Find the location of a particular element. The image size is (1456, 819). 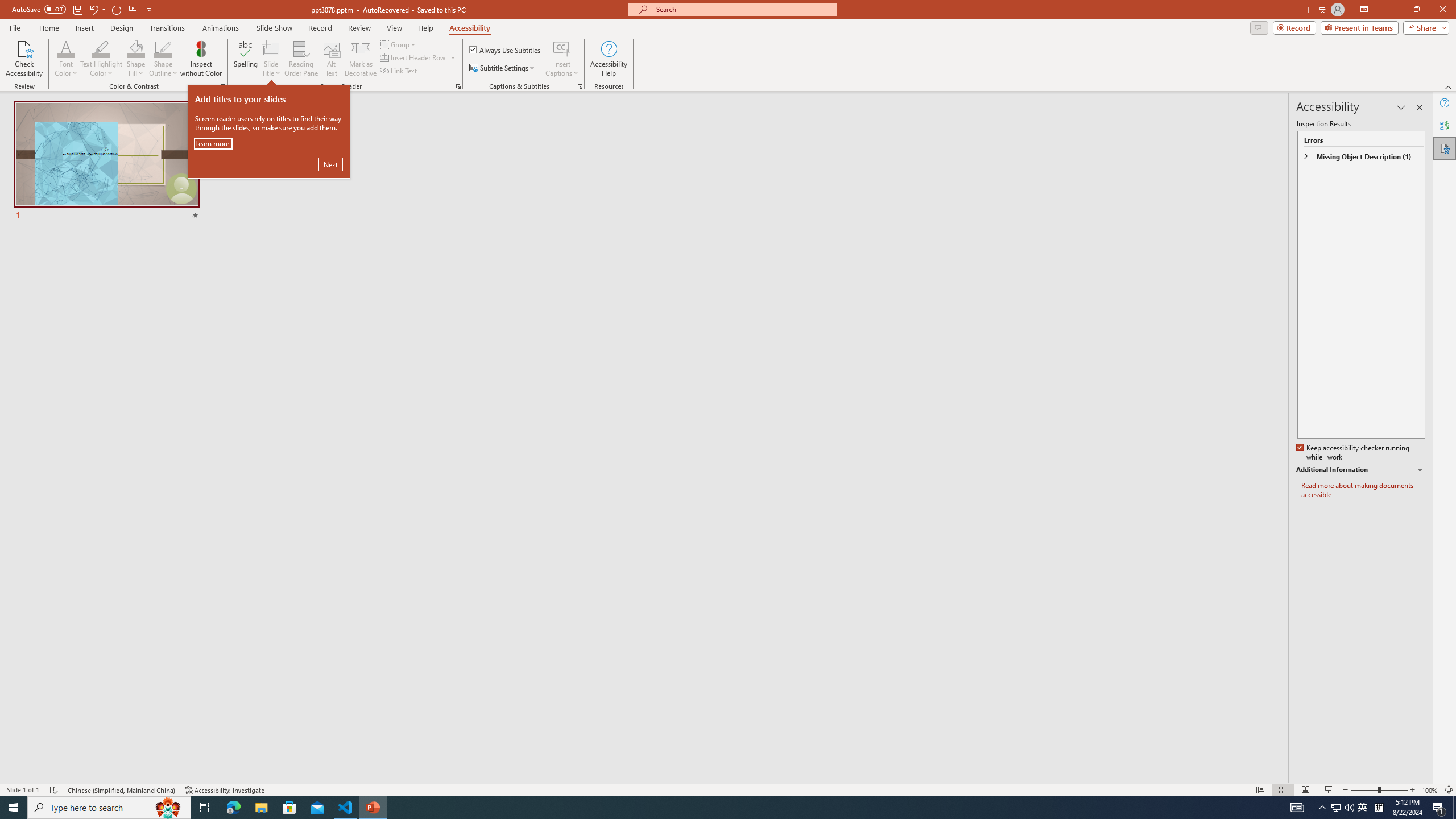

'Next' is located at coordinates (331, 163).